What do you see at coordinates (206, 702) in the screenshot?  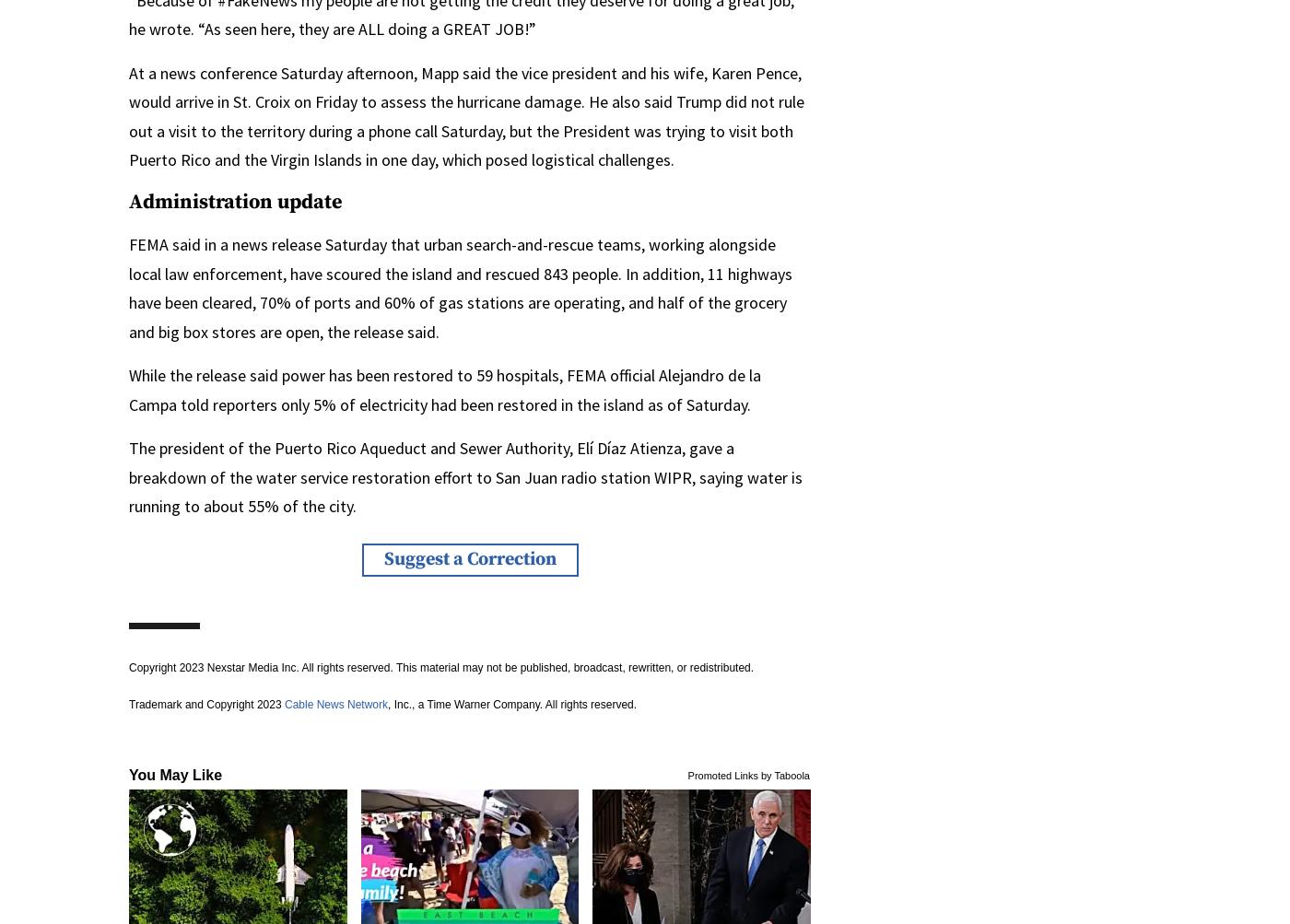 I see `'Trademark and Copyright 2023'` at bounding box center [206, 702].